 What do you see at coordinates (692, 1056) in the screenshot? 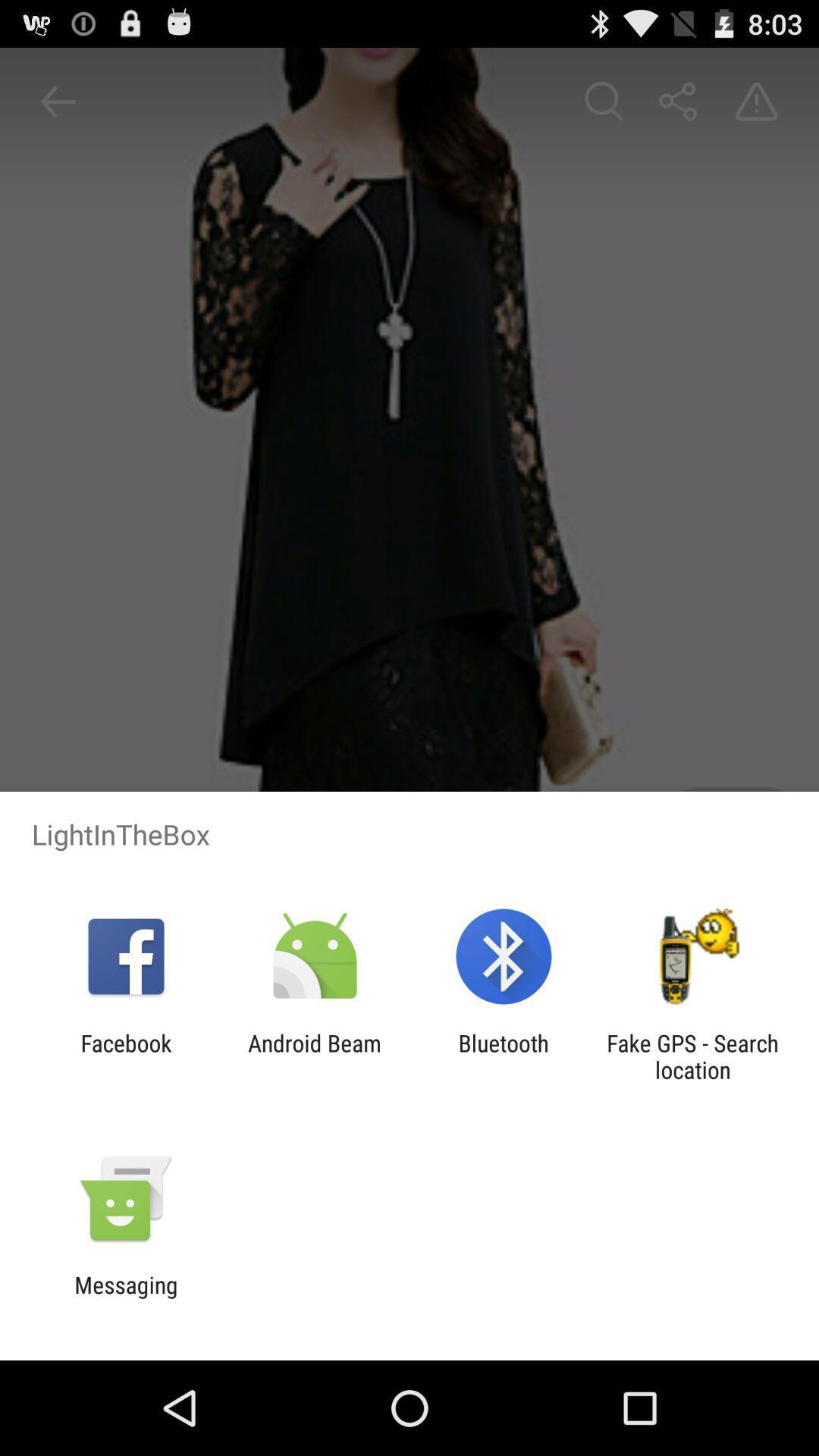
I see `the app to the right of bluetooth item` at bounding box center [692, 1056].